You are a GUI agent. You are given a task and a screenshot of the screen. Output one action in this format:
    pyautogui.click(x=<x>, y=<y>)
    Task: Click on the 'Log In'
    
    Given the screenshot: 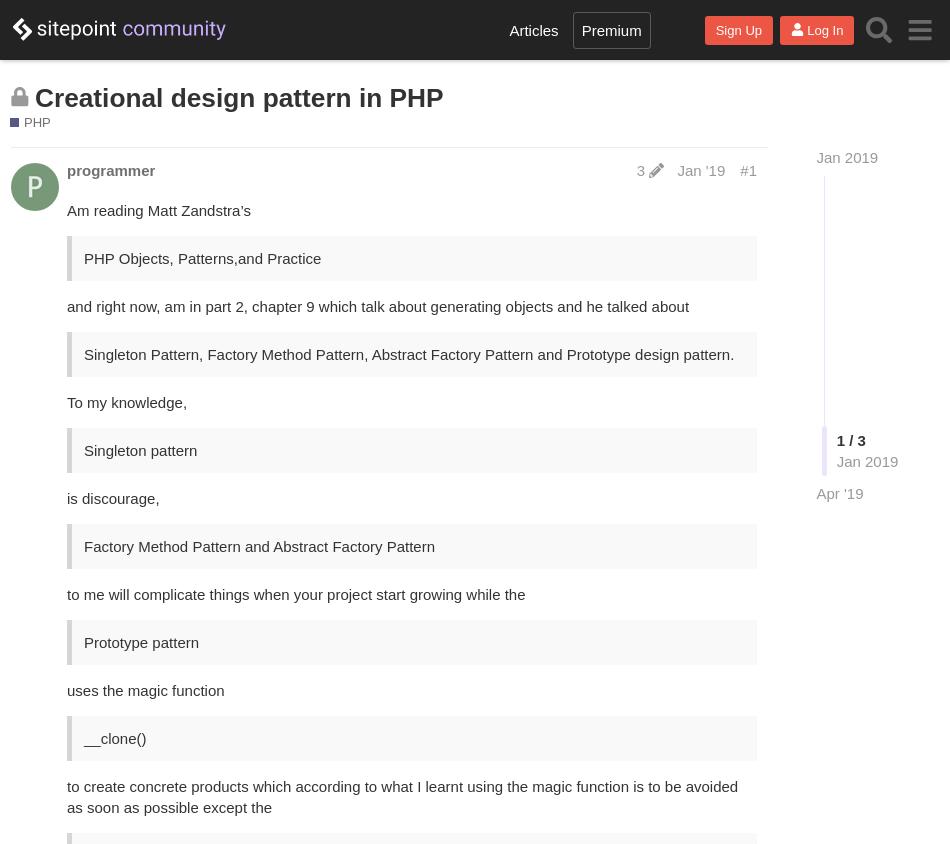 What is the action you would take?
    pyautogui.click(x=823, y=28)
    